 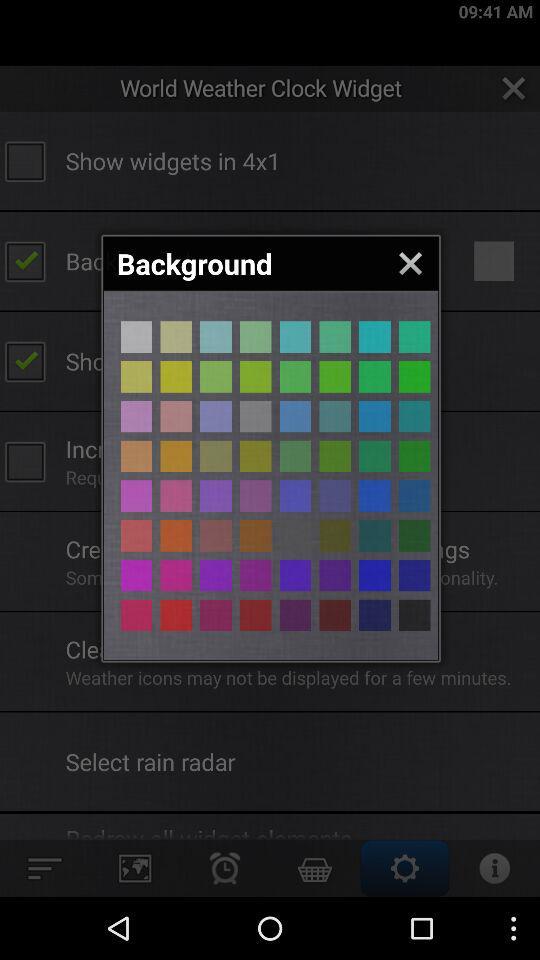 I want to click on background color, so click(x=374, y=456).